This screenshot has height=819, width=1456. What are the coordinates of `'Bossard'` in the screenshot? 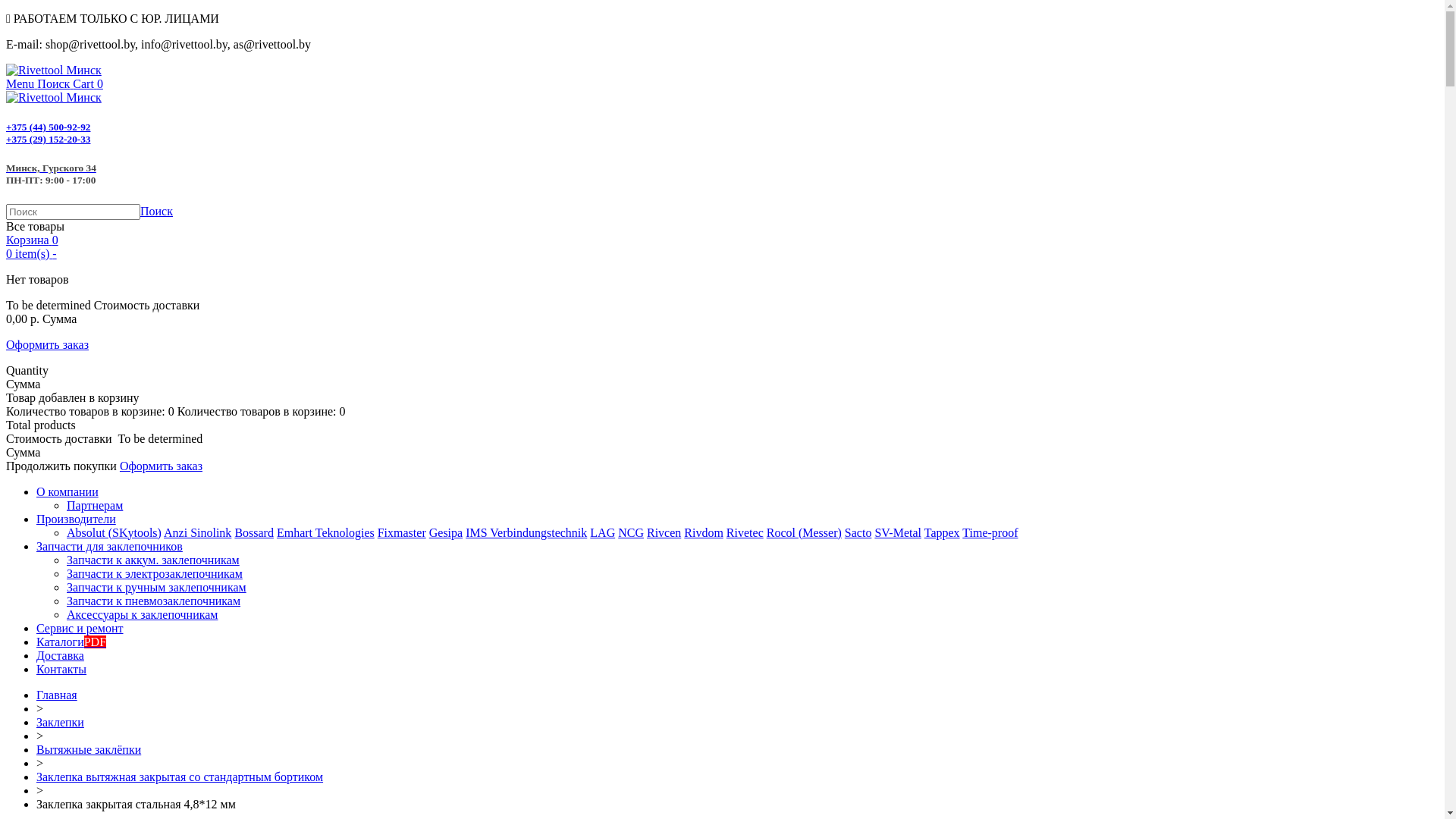 It's located at (254, 532).